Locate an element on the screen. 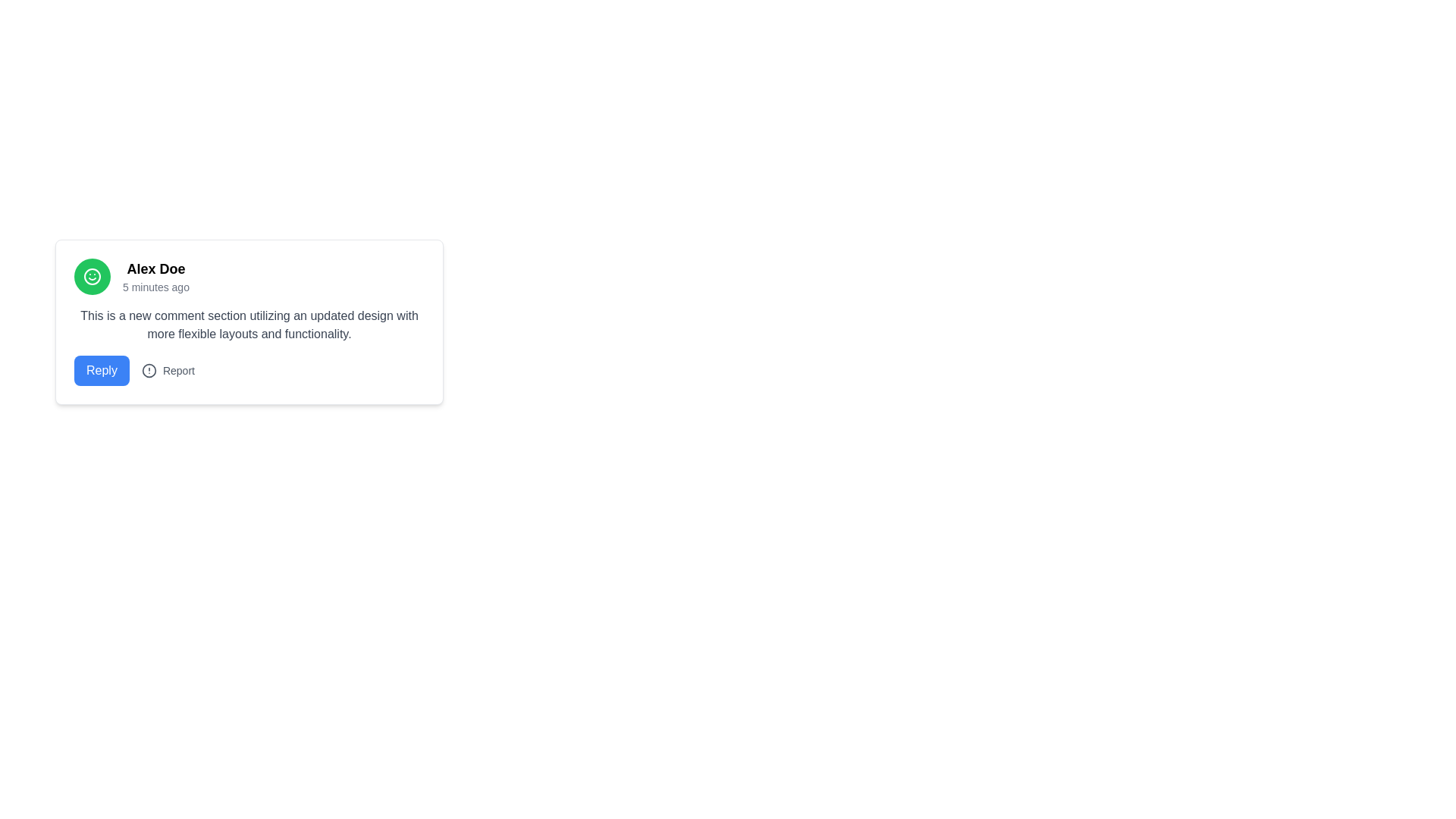 The height and width of the screenshot is (819, 1456). the avatar icon is located at coordinates (91, 277).